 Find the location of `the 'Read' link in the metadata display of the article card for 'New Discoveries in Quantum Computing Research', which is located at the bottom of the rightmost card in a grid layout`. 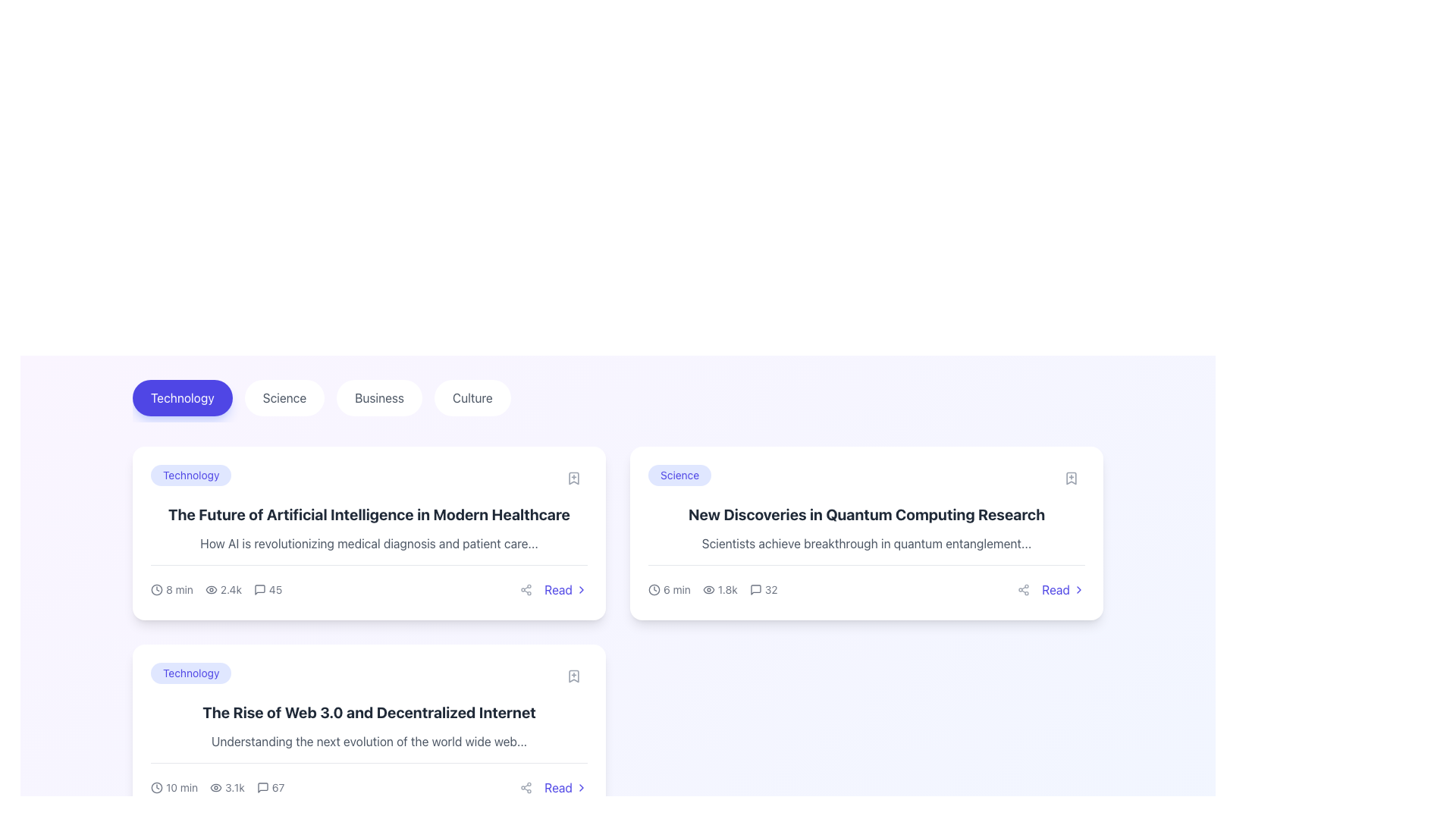

the 'Read' link in the metadata display of the article card for 'New Discoveries in Quantum Computing Research', which is located at the bottom of the rightmost card in a grid layout is located at coordinates (866, 582).